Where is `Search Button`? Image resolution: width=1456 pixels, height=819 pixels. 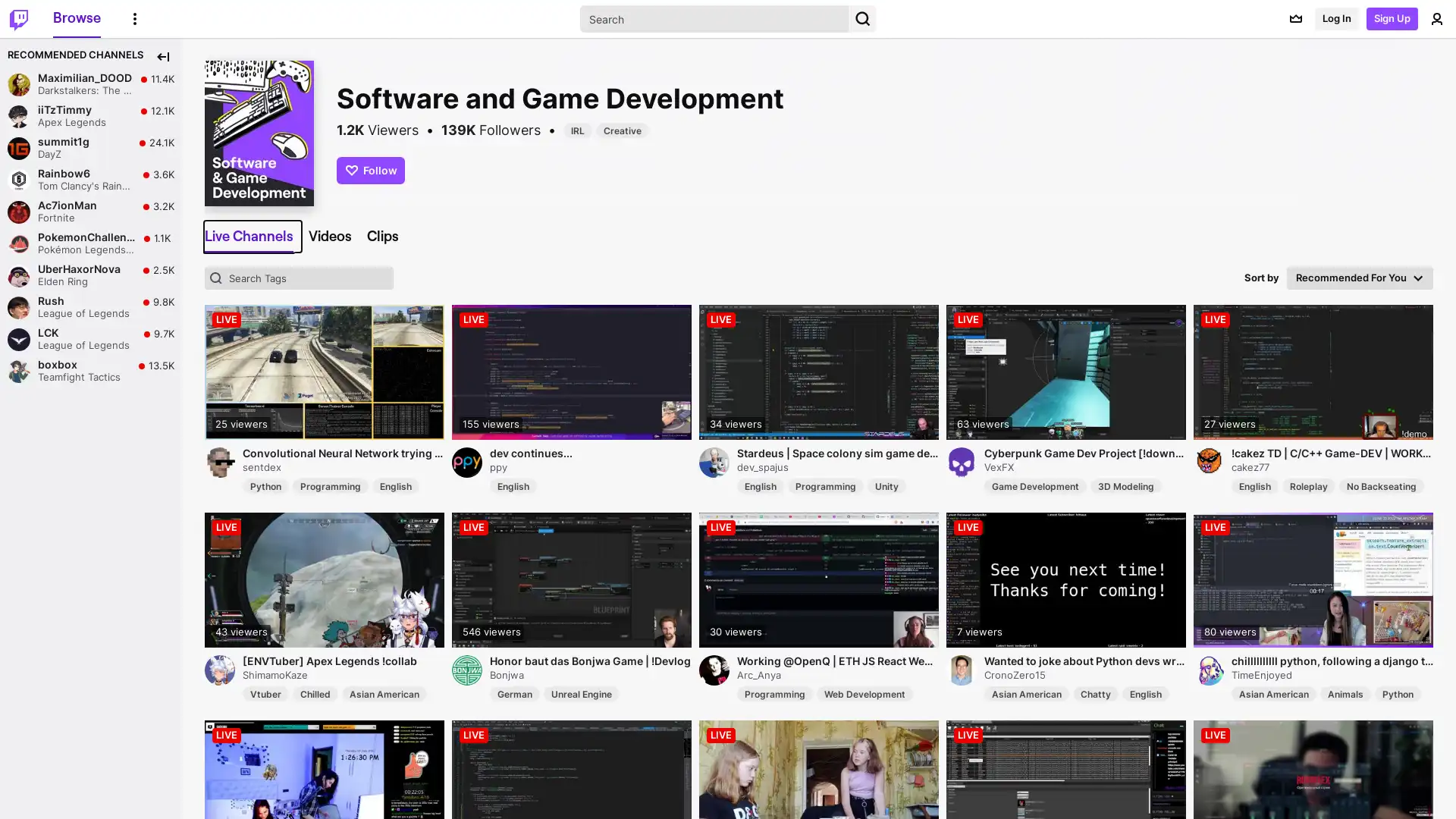
Search Button is located at coordinates (862, 18).